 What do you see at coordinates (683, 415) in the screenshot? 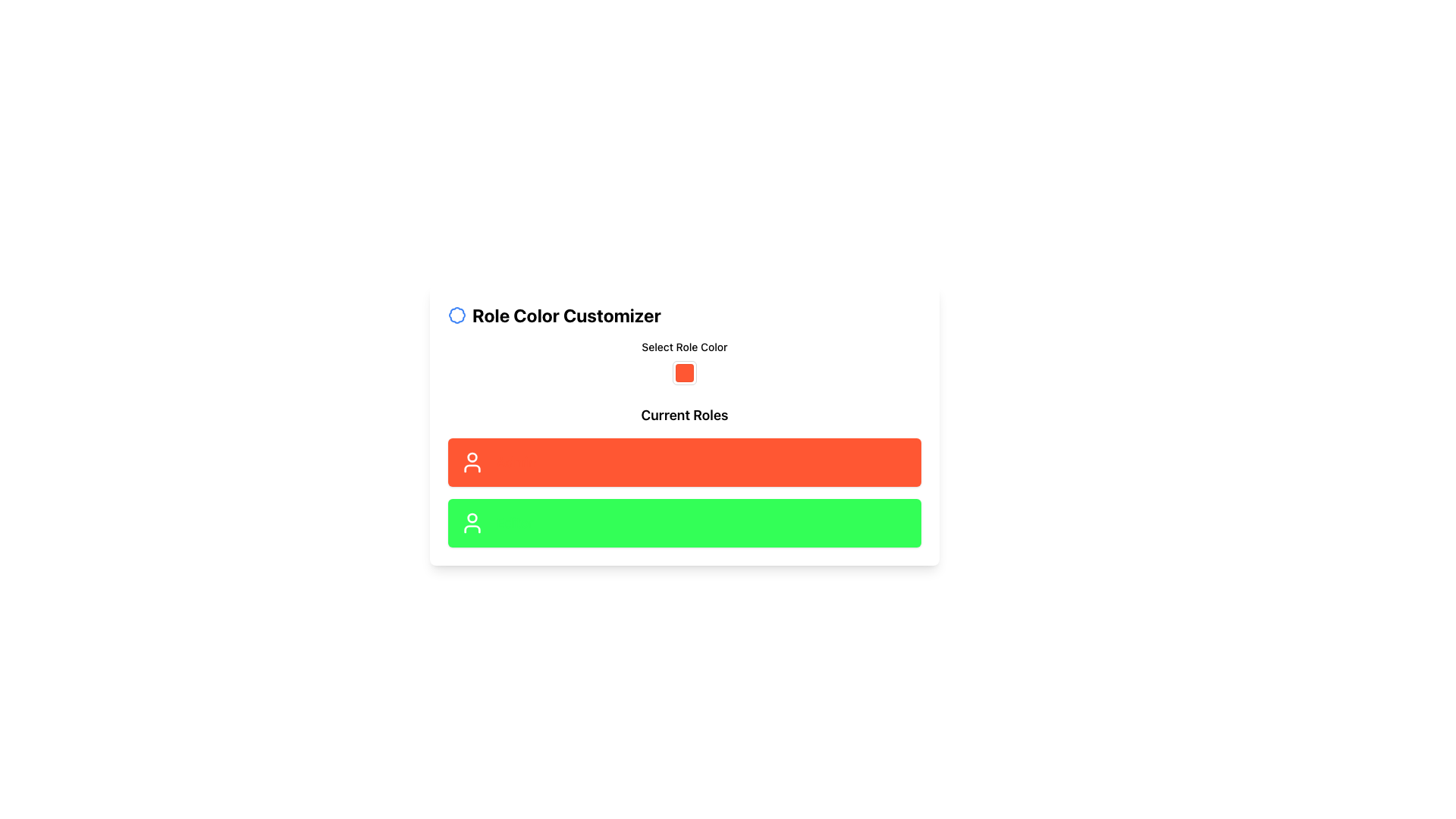
I see `the 'Current Roles' text label, which serves as a header for the role items 'Admin' and 'Editor' located below the 'Select Role Color' section` at bounding box center [683, 415].